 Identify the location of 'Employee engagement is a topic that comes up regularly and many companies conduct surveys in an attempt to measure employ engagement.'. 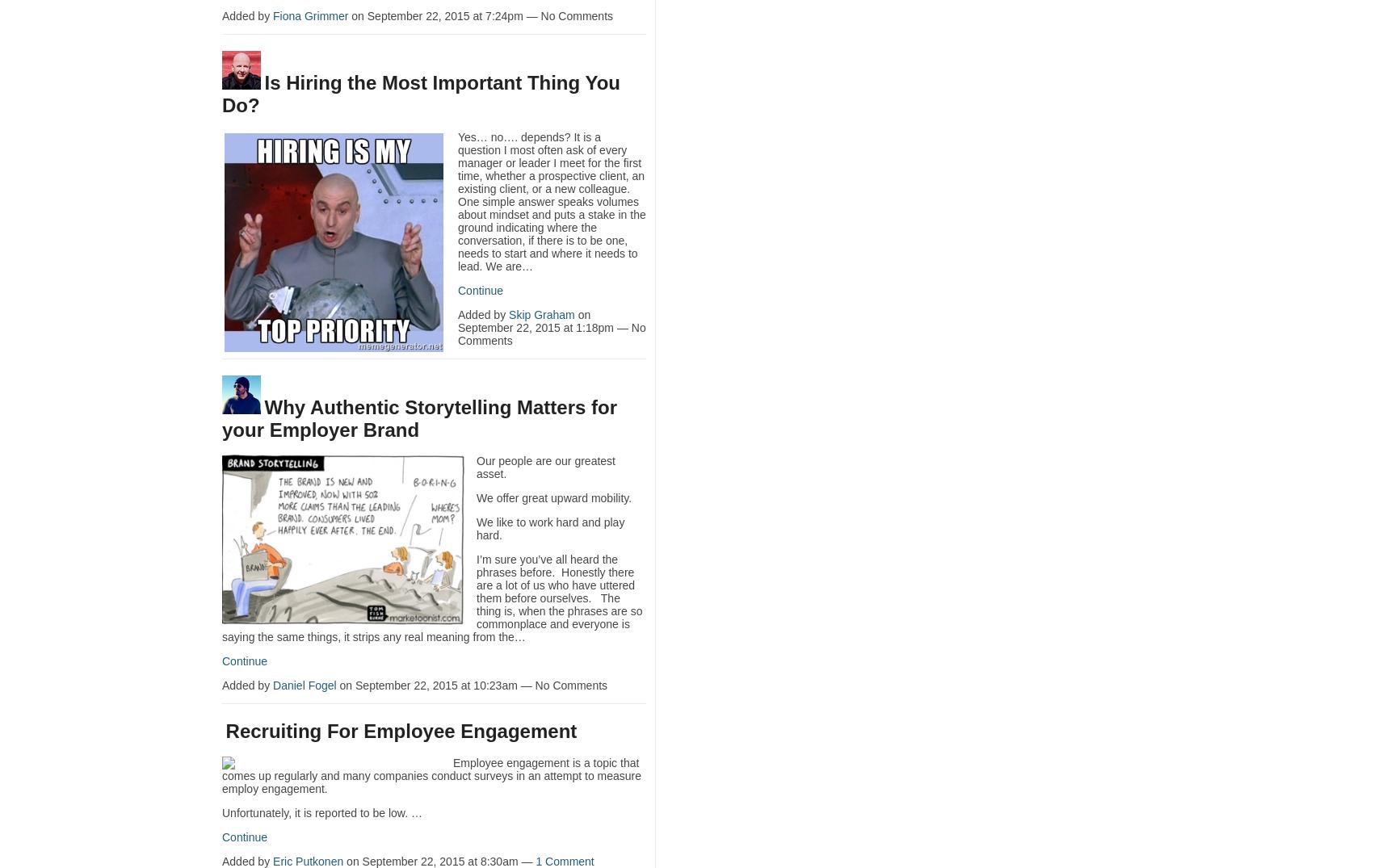
(431, 774).